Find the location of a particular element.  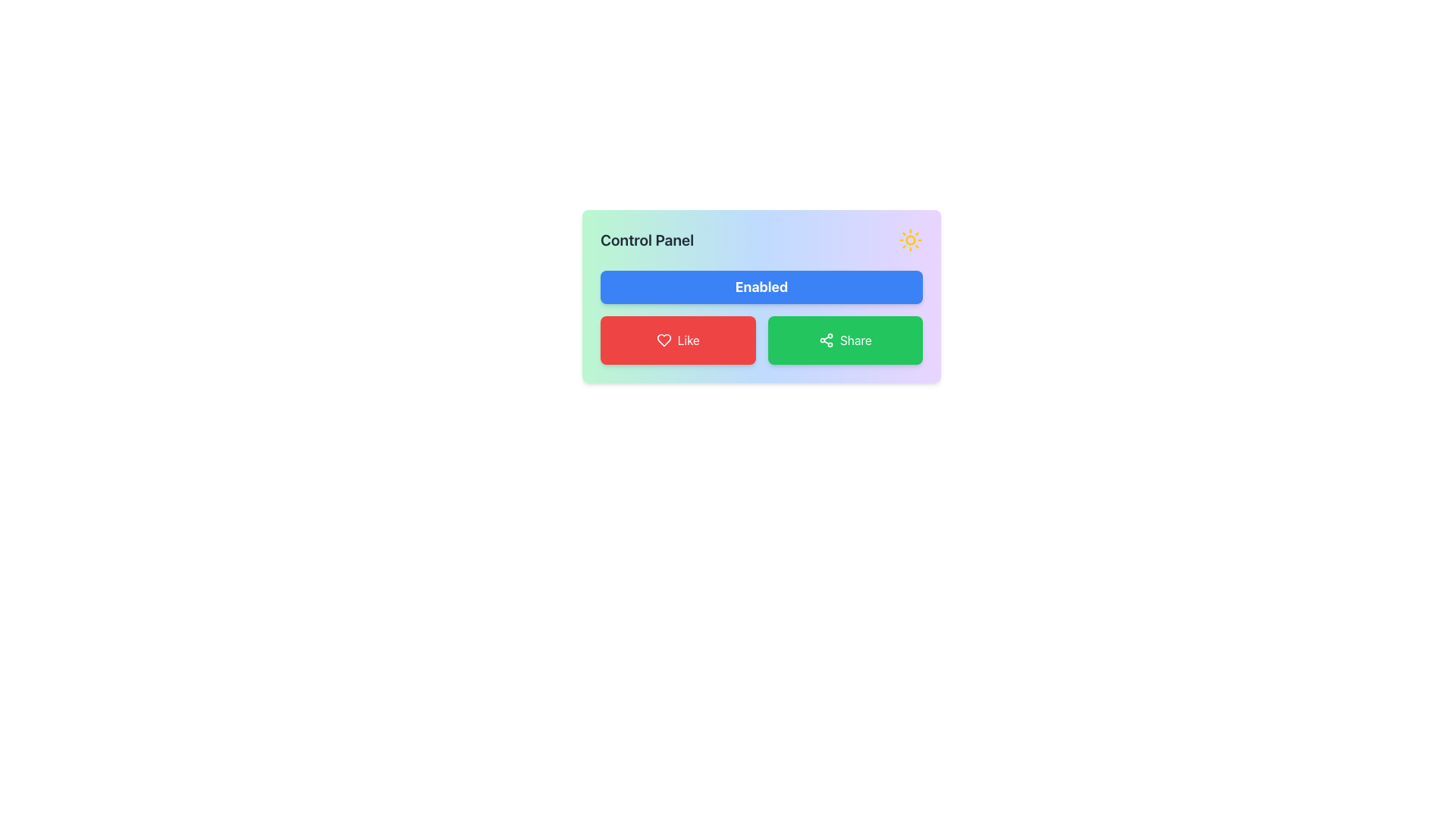

the heart-shaped 'Like' icon located within the red 'Like' button in the Control Panel's lower-left corner, adjacent to the green 'Share' button is located at coordinates (664, 339).